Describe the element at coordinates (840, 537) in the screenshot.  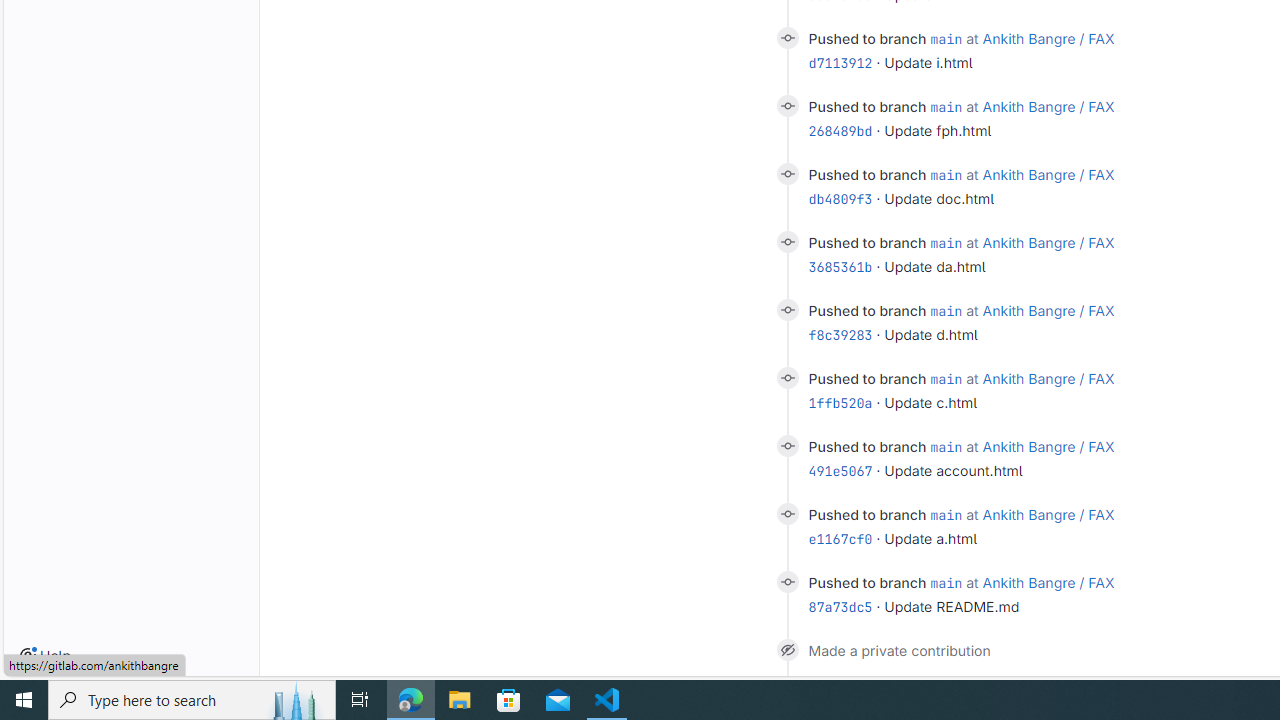
I see `'e1167cf0'` at that location.